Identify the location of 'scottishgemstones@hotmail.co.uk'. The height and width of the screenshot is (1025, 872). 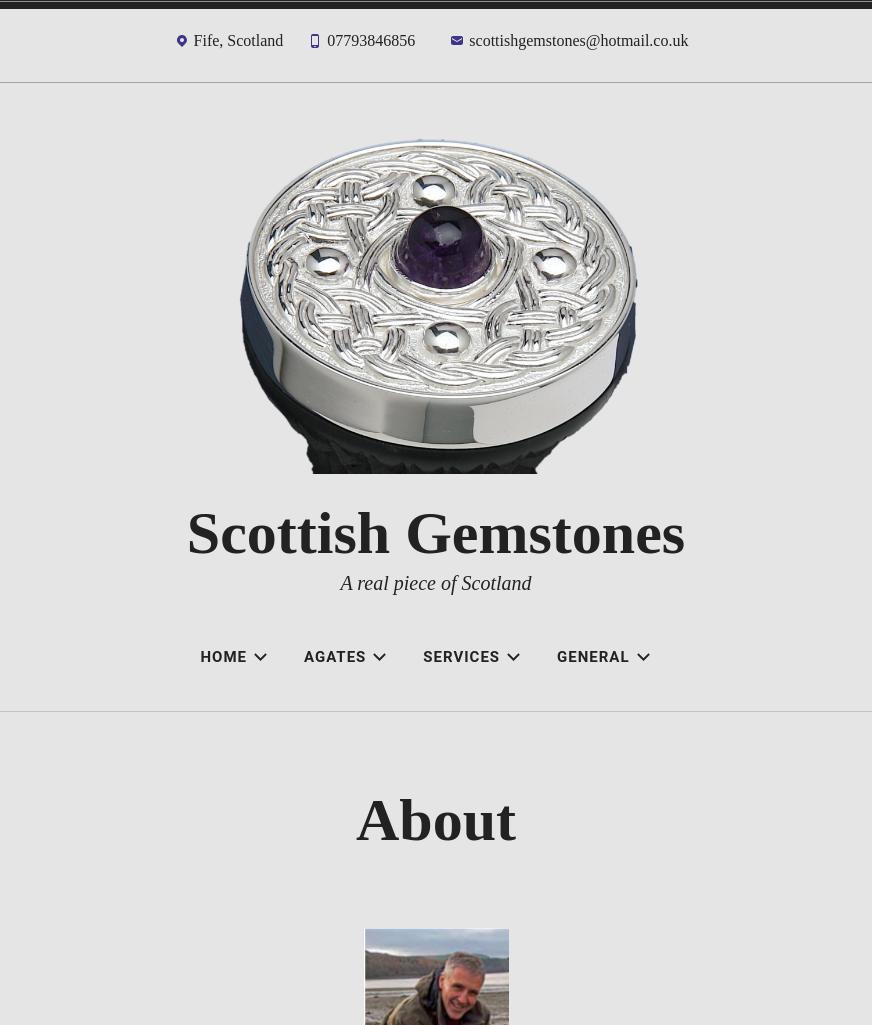
(578, 40).